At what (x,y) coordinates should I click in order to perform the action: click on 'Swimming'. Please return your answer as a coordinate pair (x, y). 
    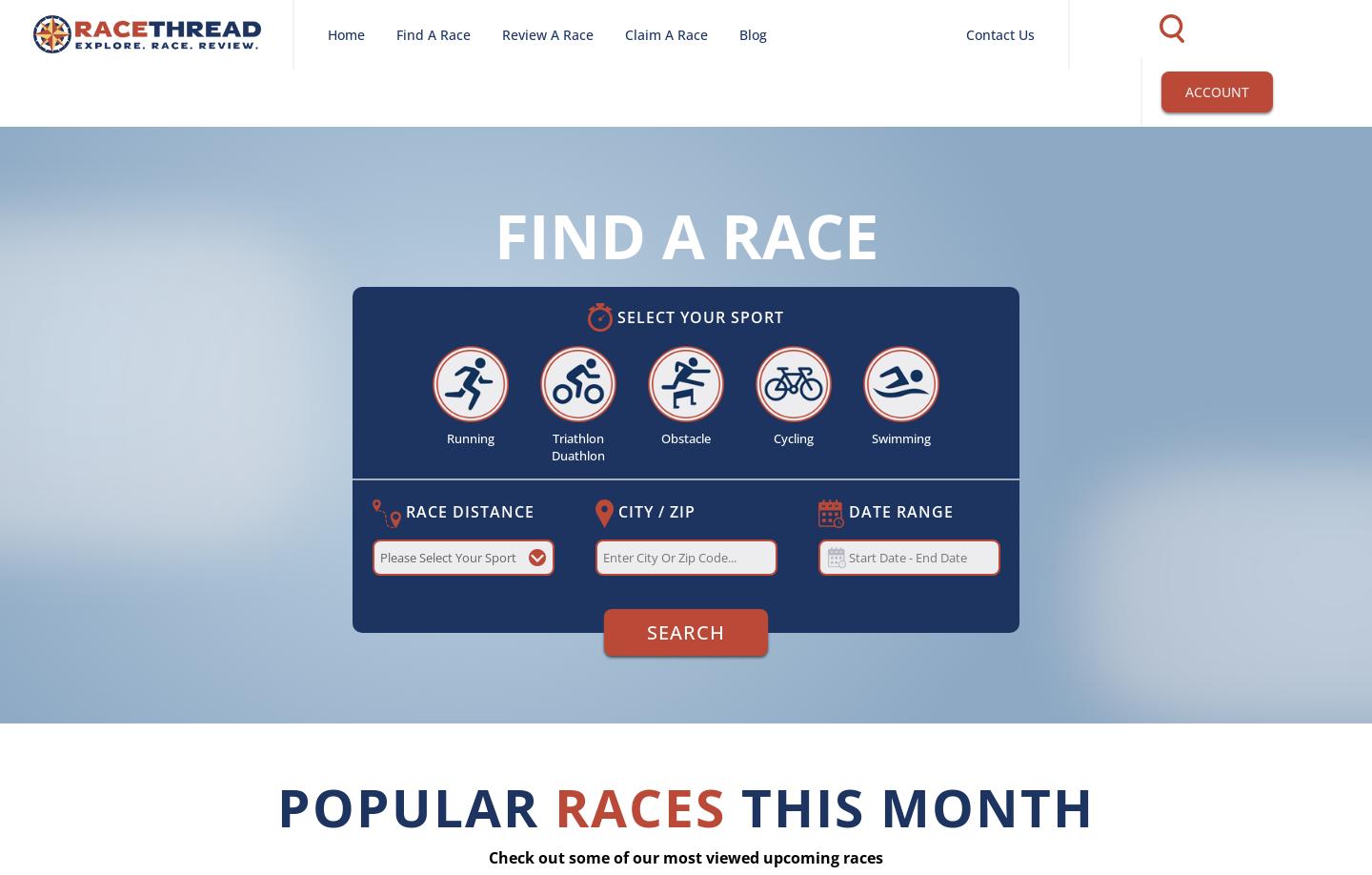
    Looking at the image, I should click on (900, 438).